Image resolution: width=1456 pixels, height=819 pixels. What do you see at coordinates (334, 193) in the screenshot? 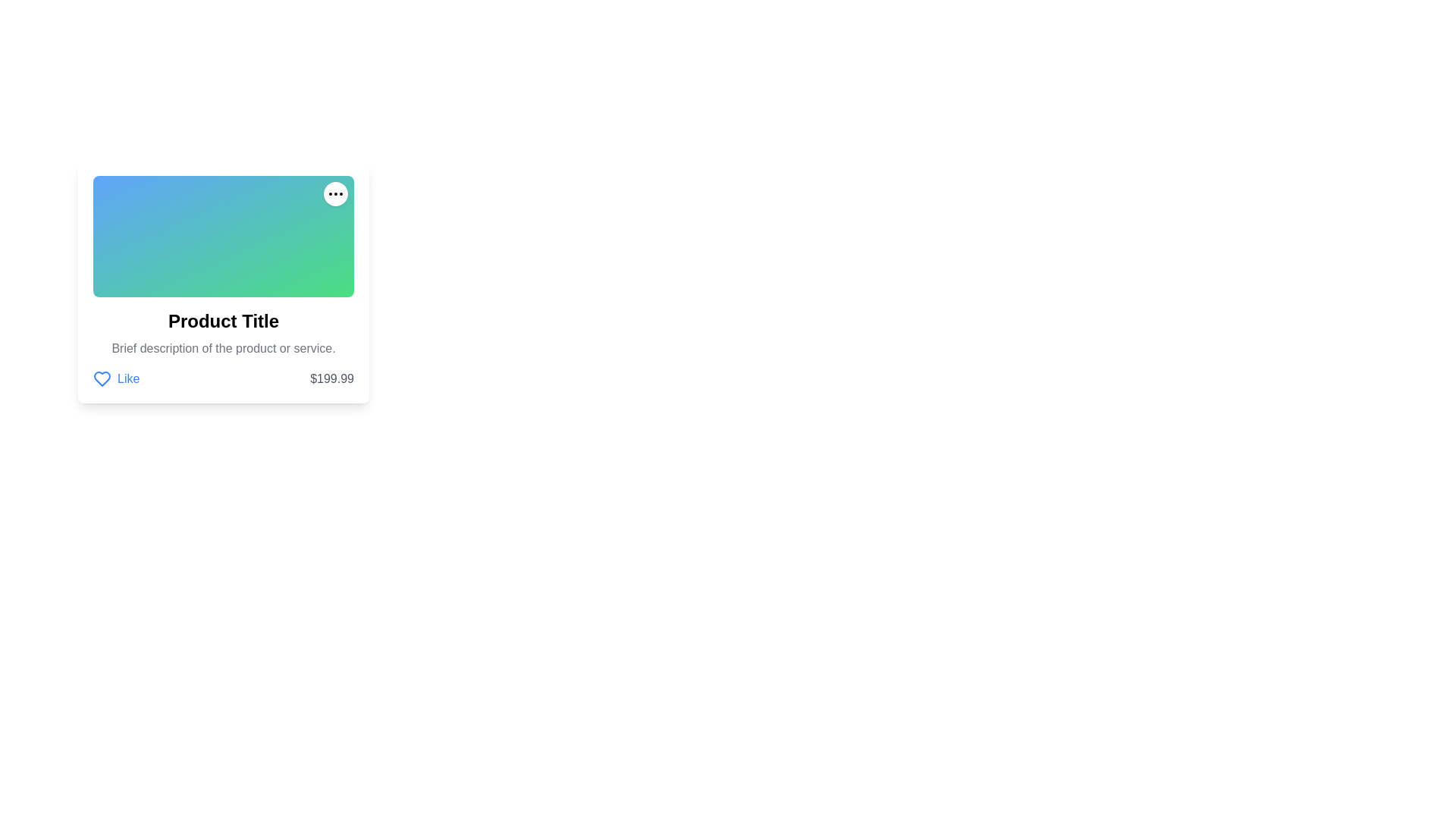
I see `the three black dots icon located at the top-right corner of the card's gradient header, which features a white circular background with subtle shading` at bounding box center [334, 193].